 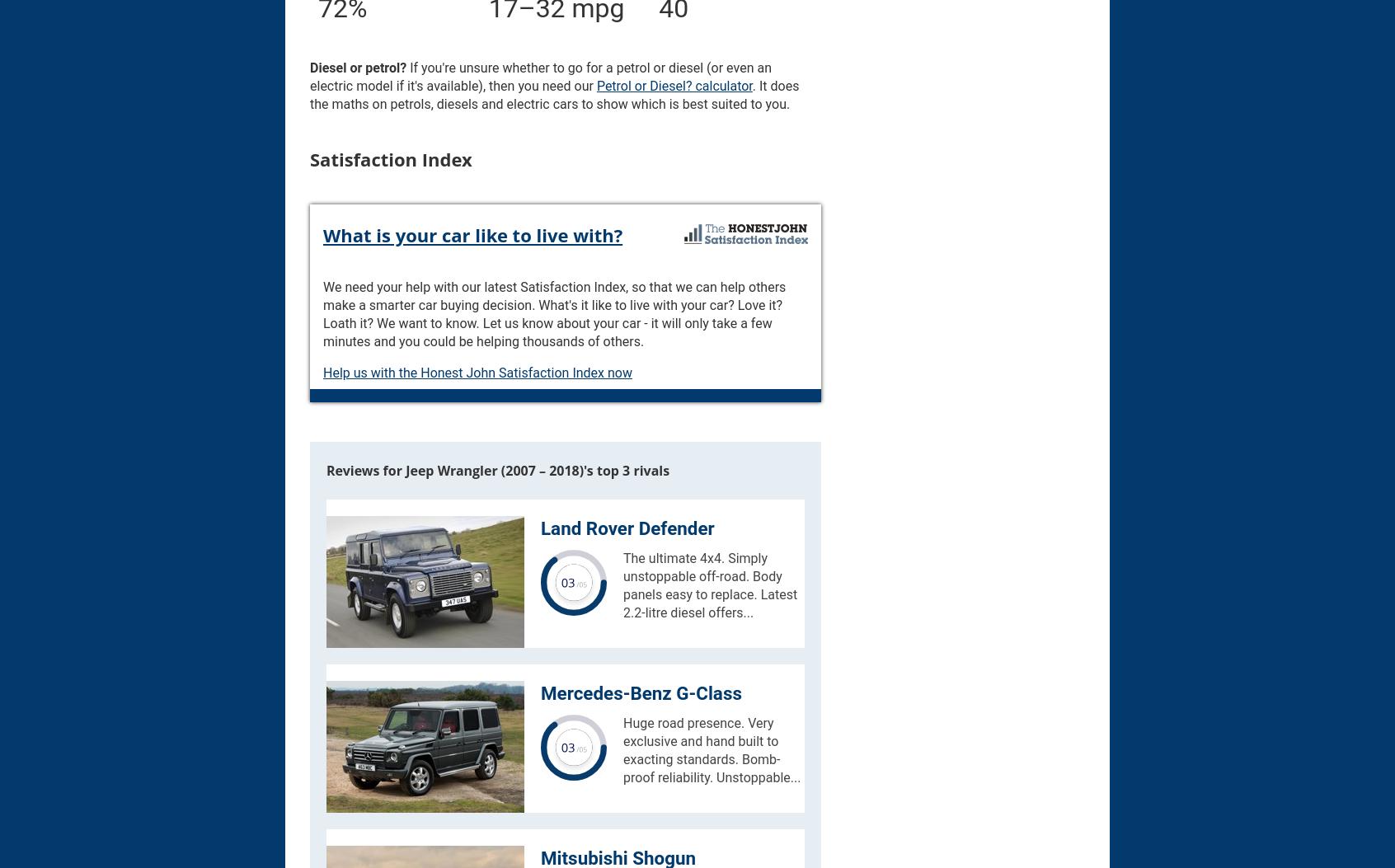 I want to click on 'The ultimate 4x4. Simply unstoppable off-road. Body panels easy to replace. Latest 2.2-litre diesel offers...', so click(x=709, y=584).